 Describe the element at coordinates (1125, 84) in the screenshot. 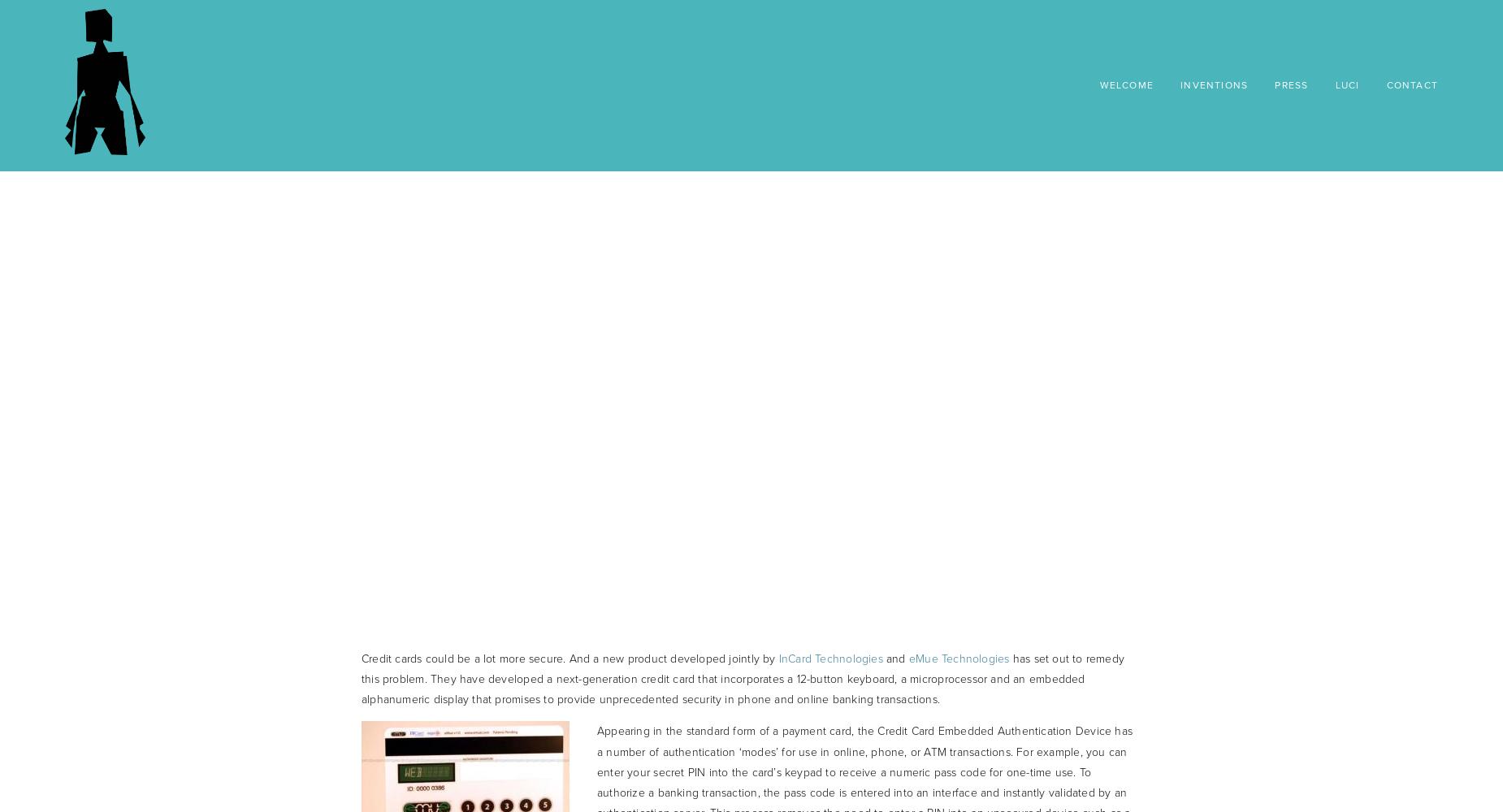

I see `'Welcome'` at that location.